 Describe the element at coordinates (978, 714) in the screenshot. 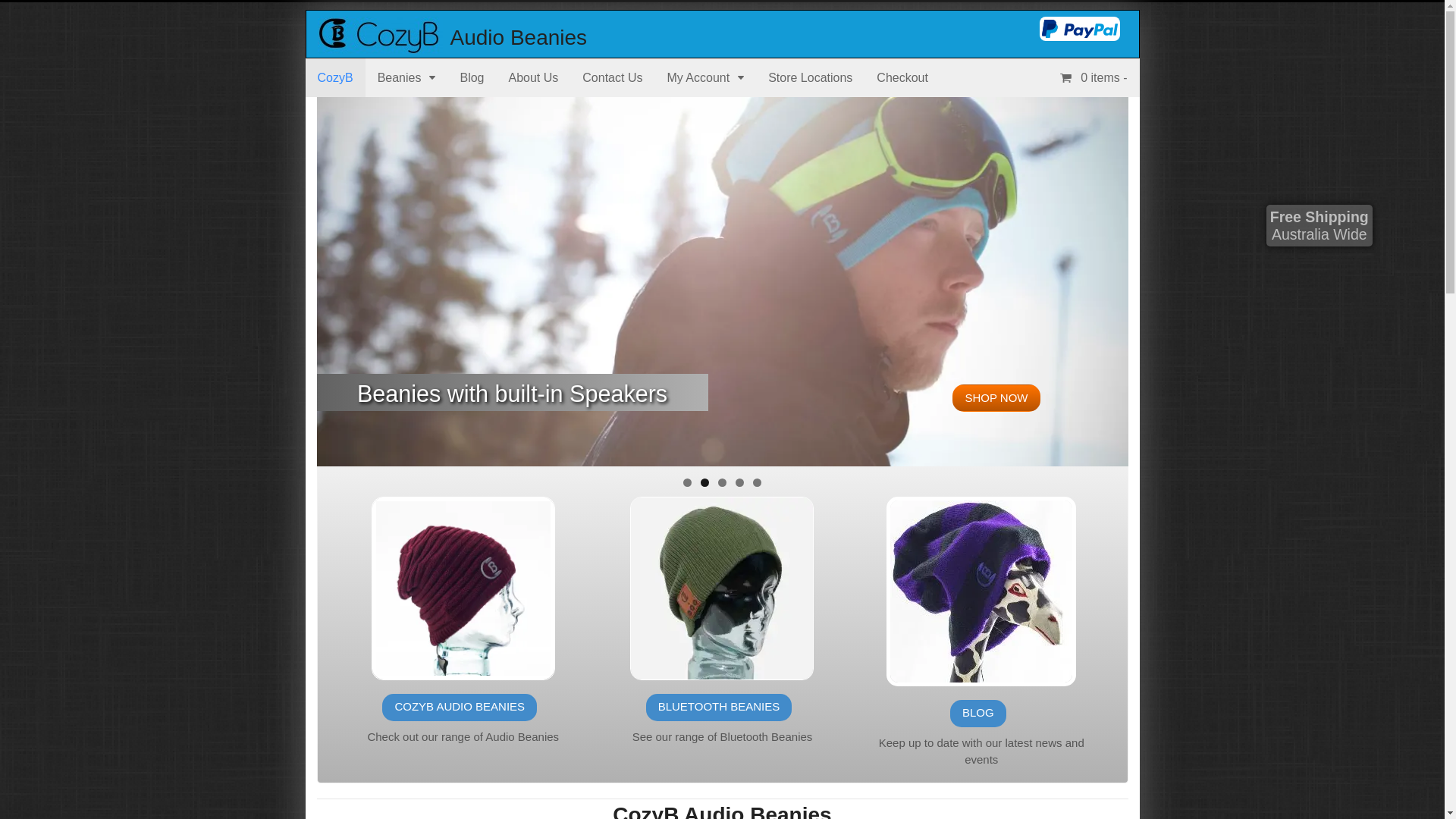

I see `'BLOG'` at that location.